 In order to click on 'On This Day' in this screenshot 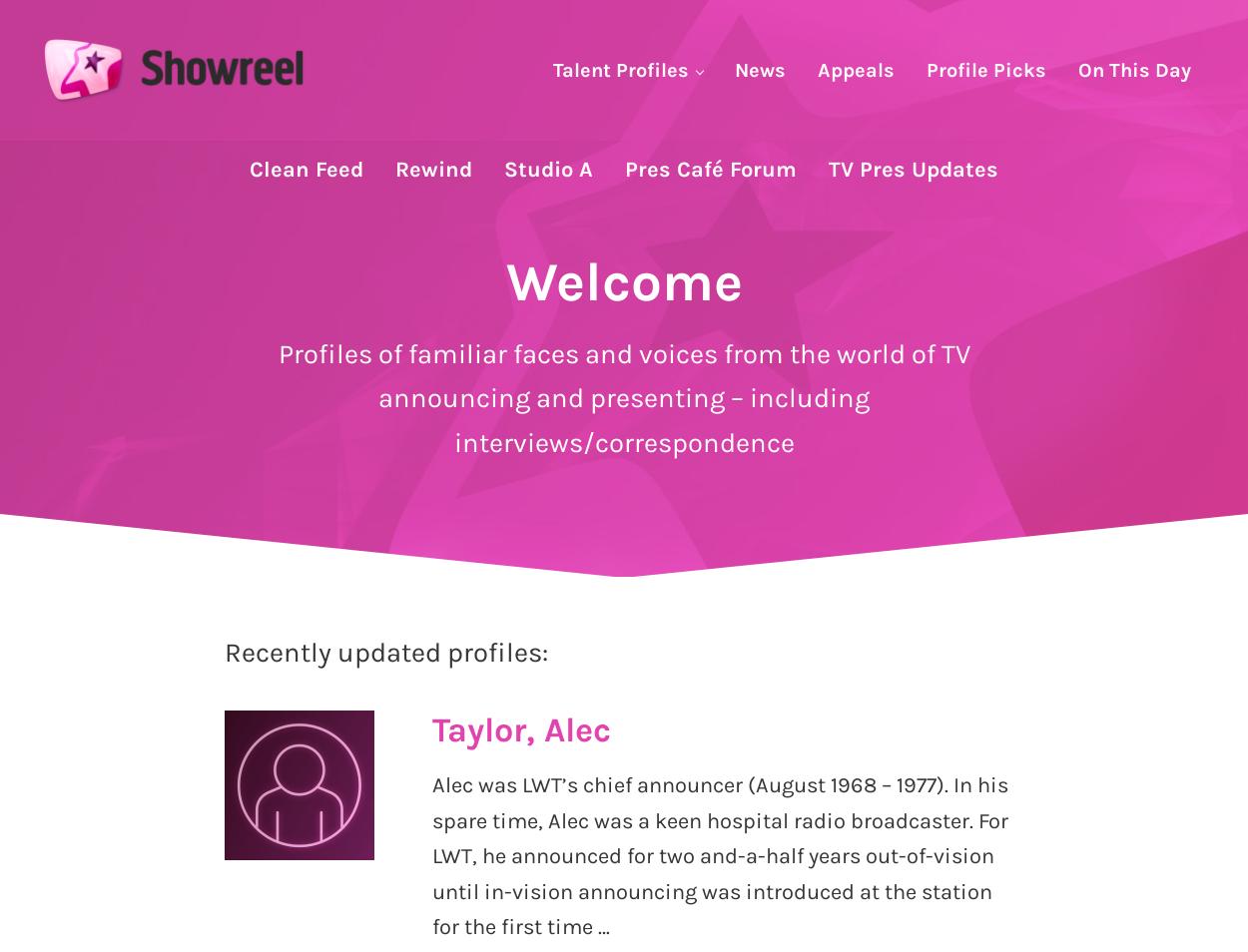, I will do `click(1134, 68)`.